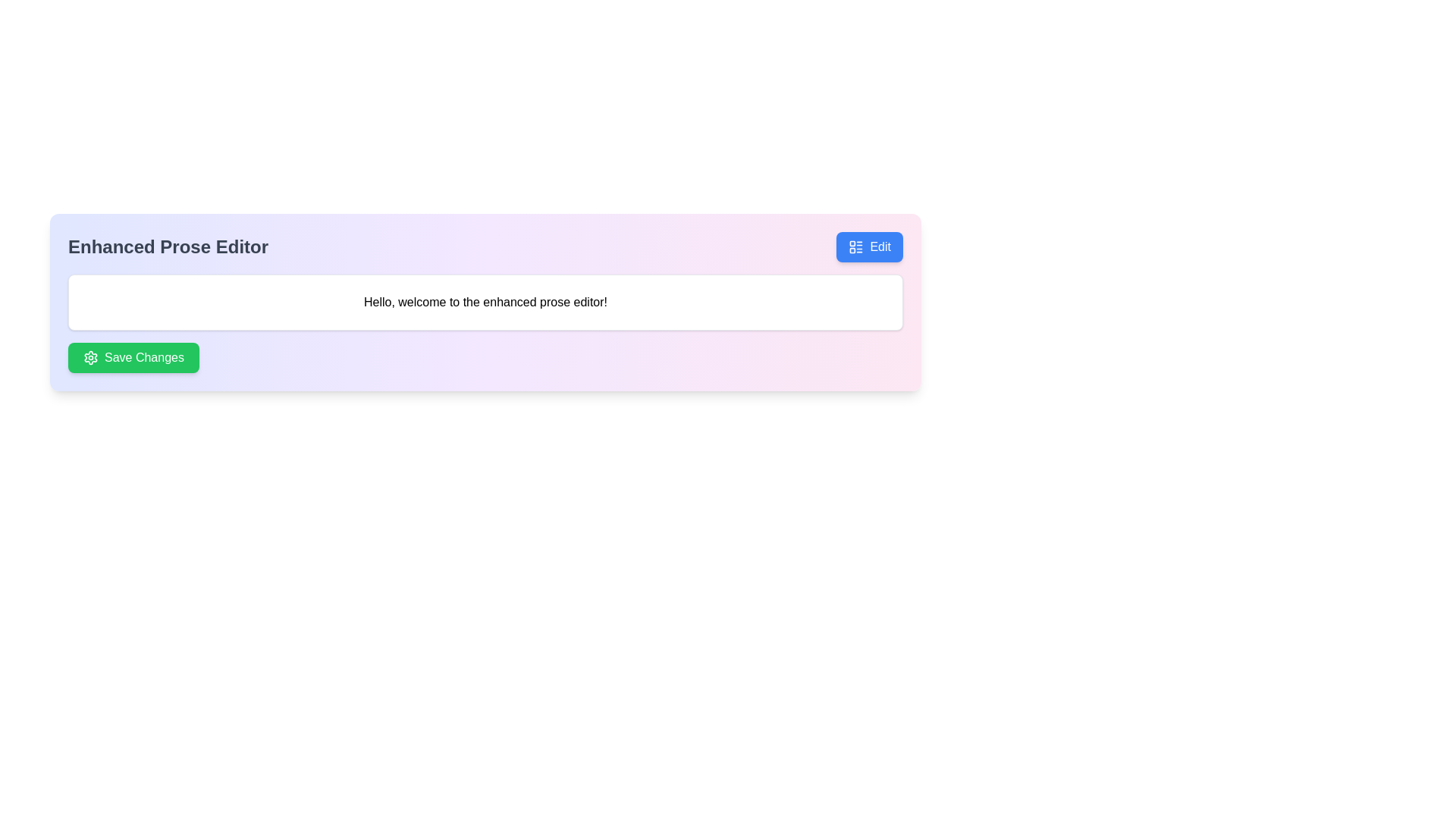  What do you see at coordinates (90, 357) in the screenshot?
I see `the settings icon located to the left of the 'Save Changes' text in the button` at bounding box center [90, 357].